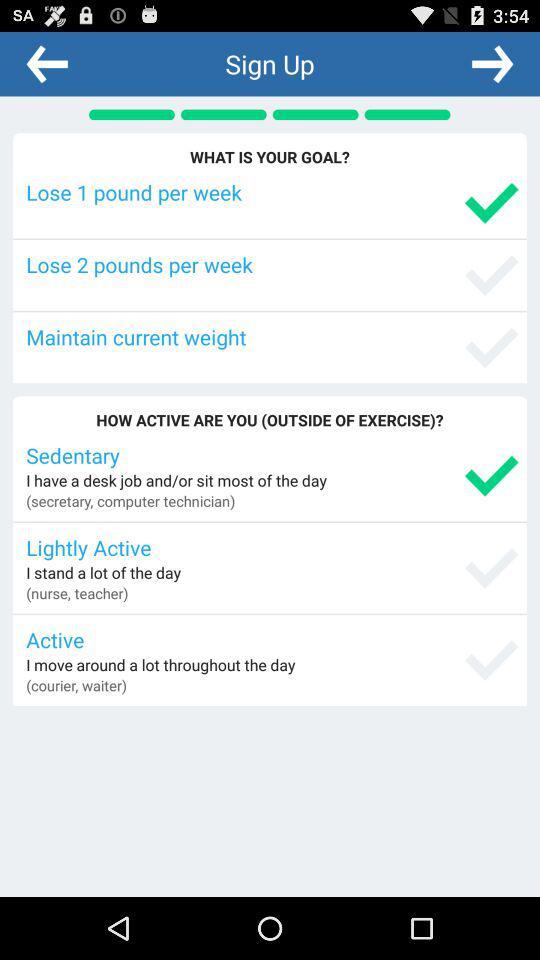 The height and width of the screenshot is (960, 540). I want to click on the icon below the i stand a, so click(76, 593).